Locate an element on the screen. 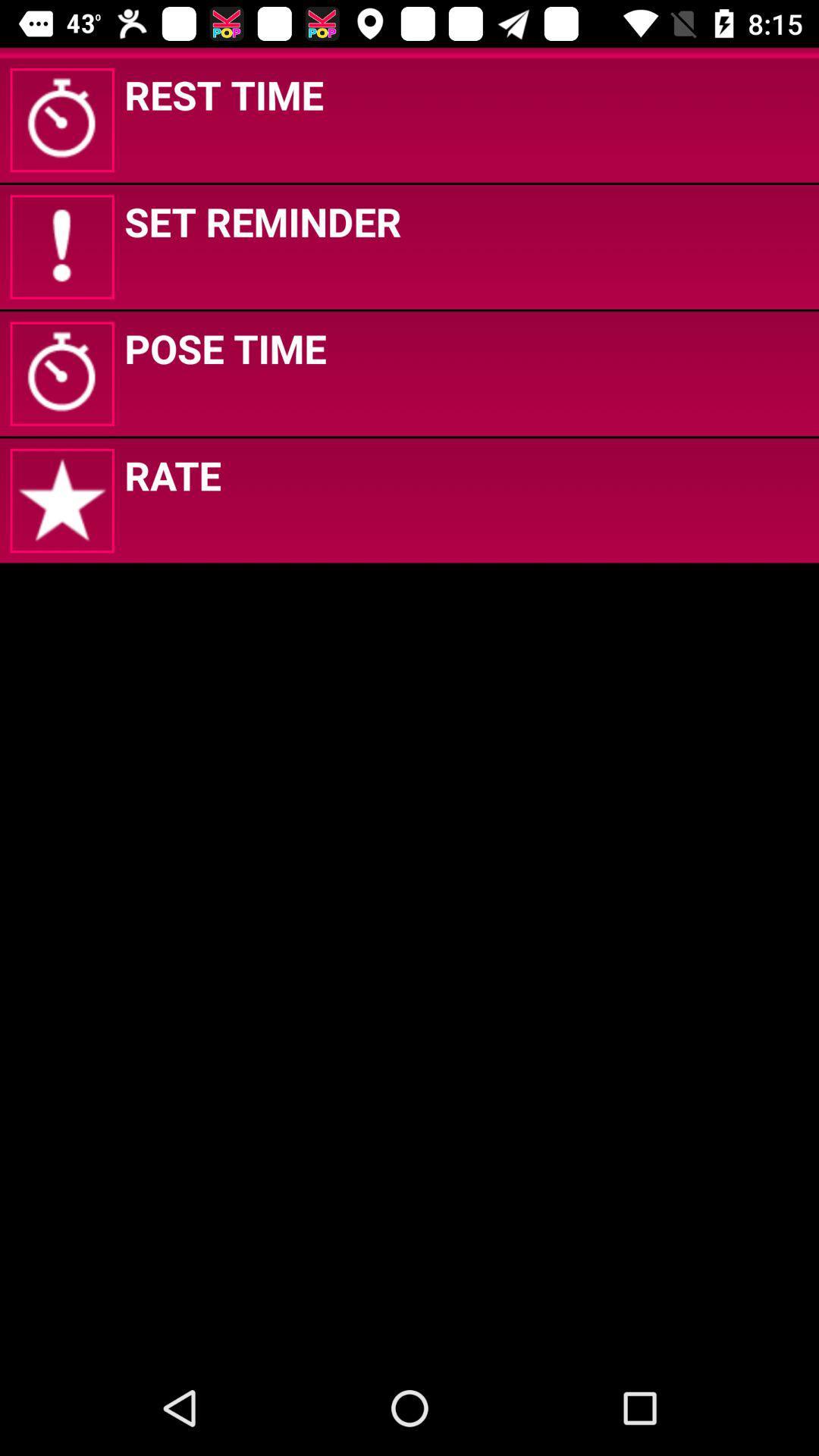 Image resolution: width=819 pixels, height=1456 pixels. the rest time item is located at coordinates (224, 93).